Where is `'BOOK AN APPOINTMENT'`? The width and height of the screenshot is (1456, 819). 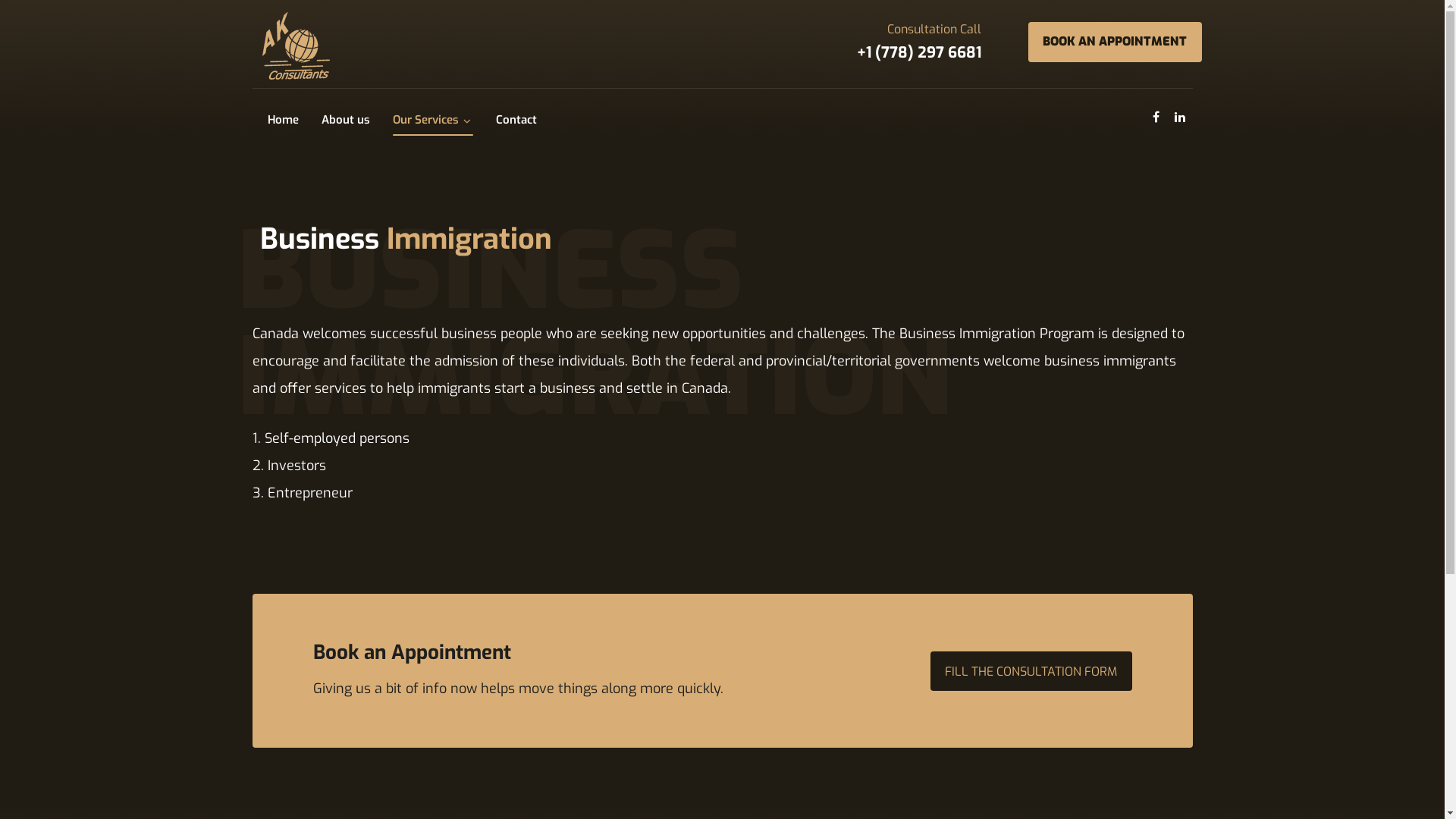 'BOOK AN APPOINTMENT' is located at coordinates (1114, 41).